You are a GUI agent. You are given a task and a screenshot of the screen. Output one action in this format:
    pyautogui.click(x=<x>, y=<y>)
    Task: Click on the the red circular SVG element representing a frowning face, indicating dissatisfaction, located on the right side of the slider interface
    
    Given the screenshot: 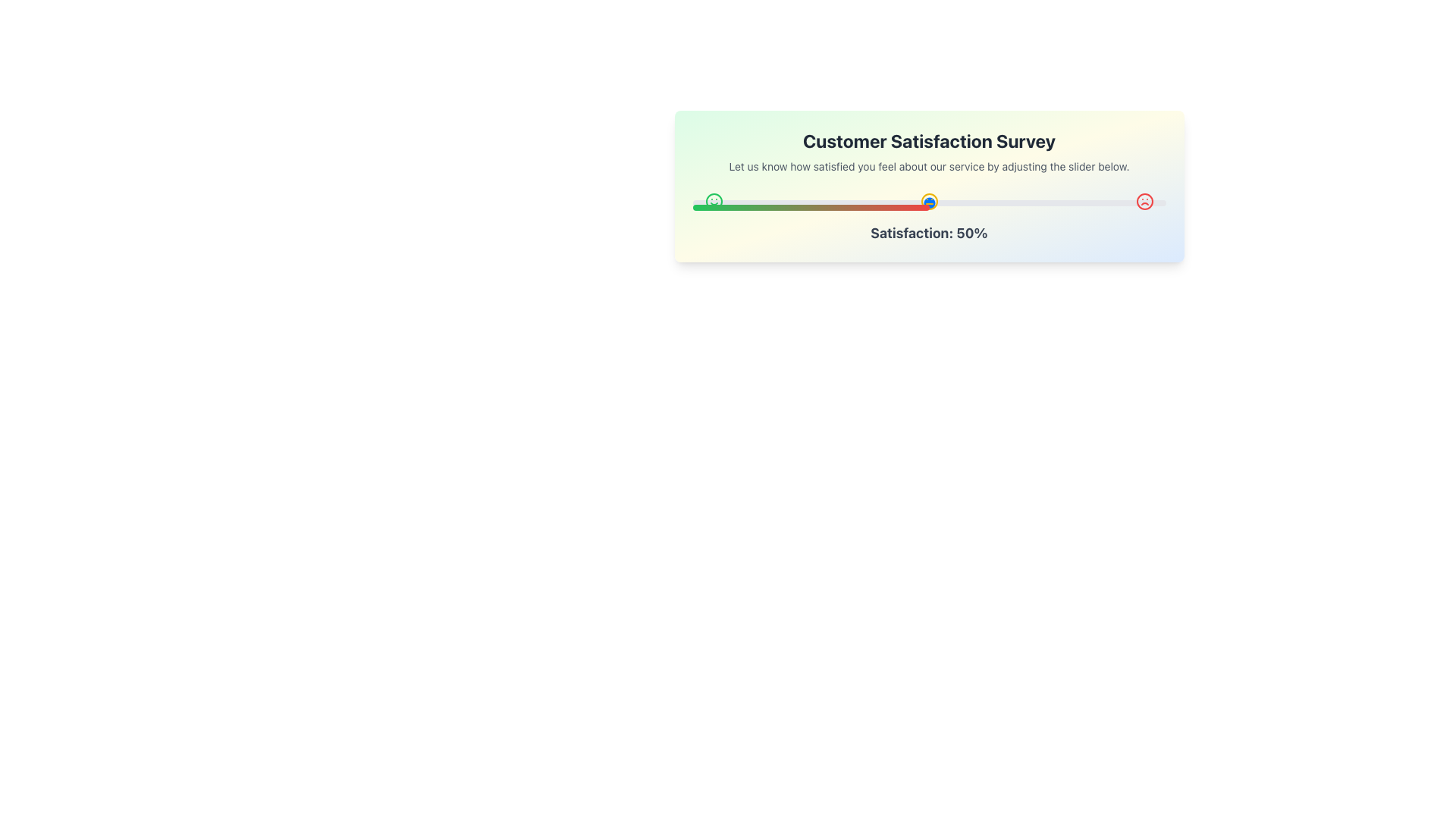 What is the action you would take?
    pyautogui.click(x=1144, y=201)
    